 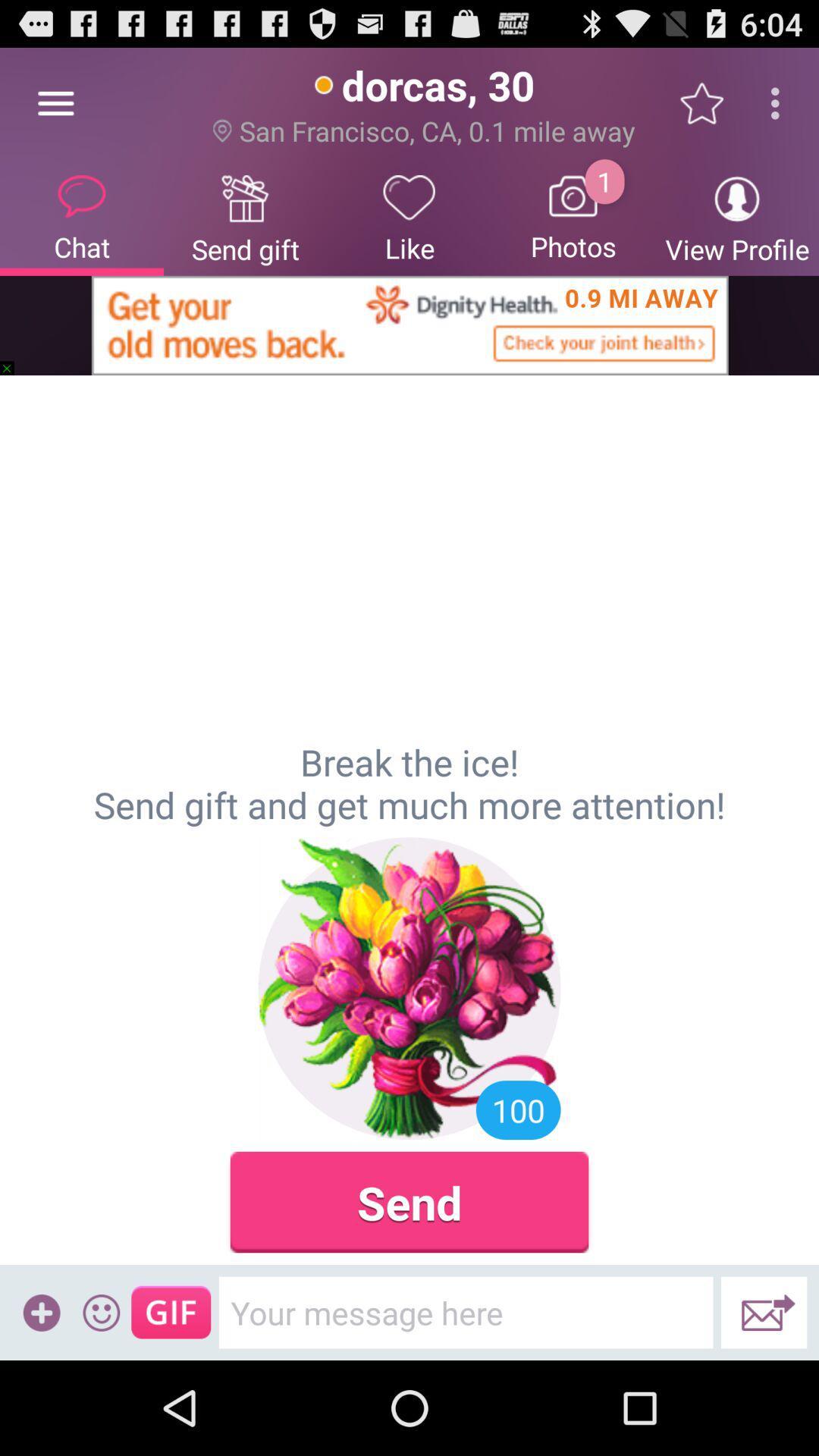 I want to click on the item to the left of the send gift, so click(x=55, y=102).